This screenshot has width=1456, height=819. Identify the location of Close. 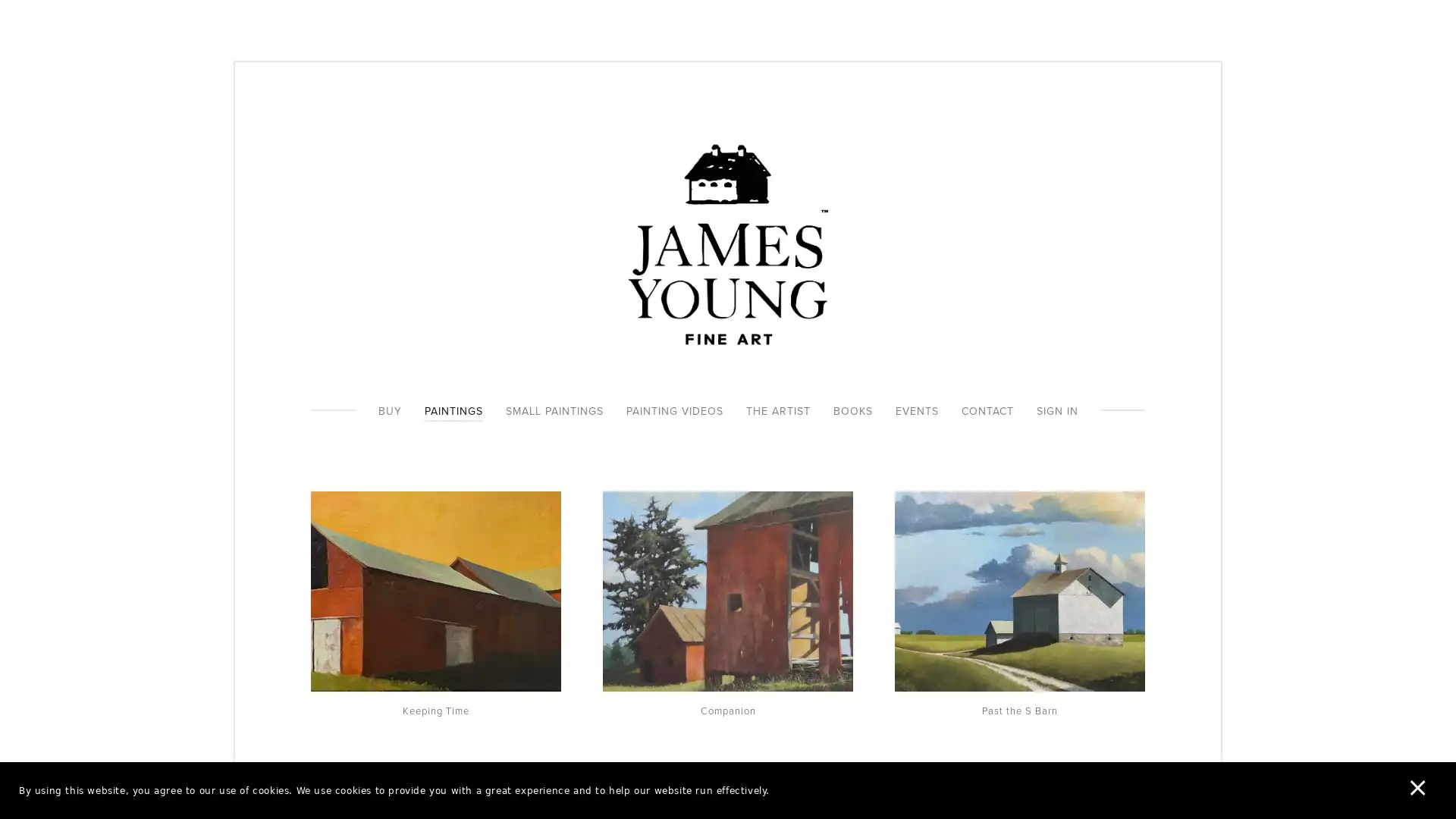
(949, 268).